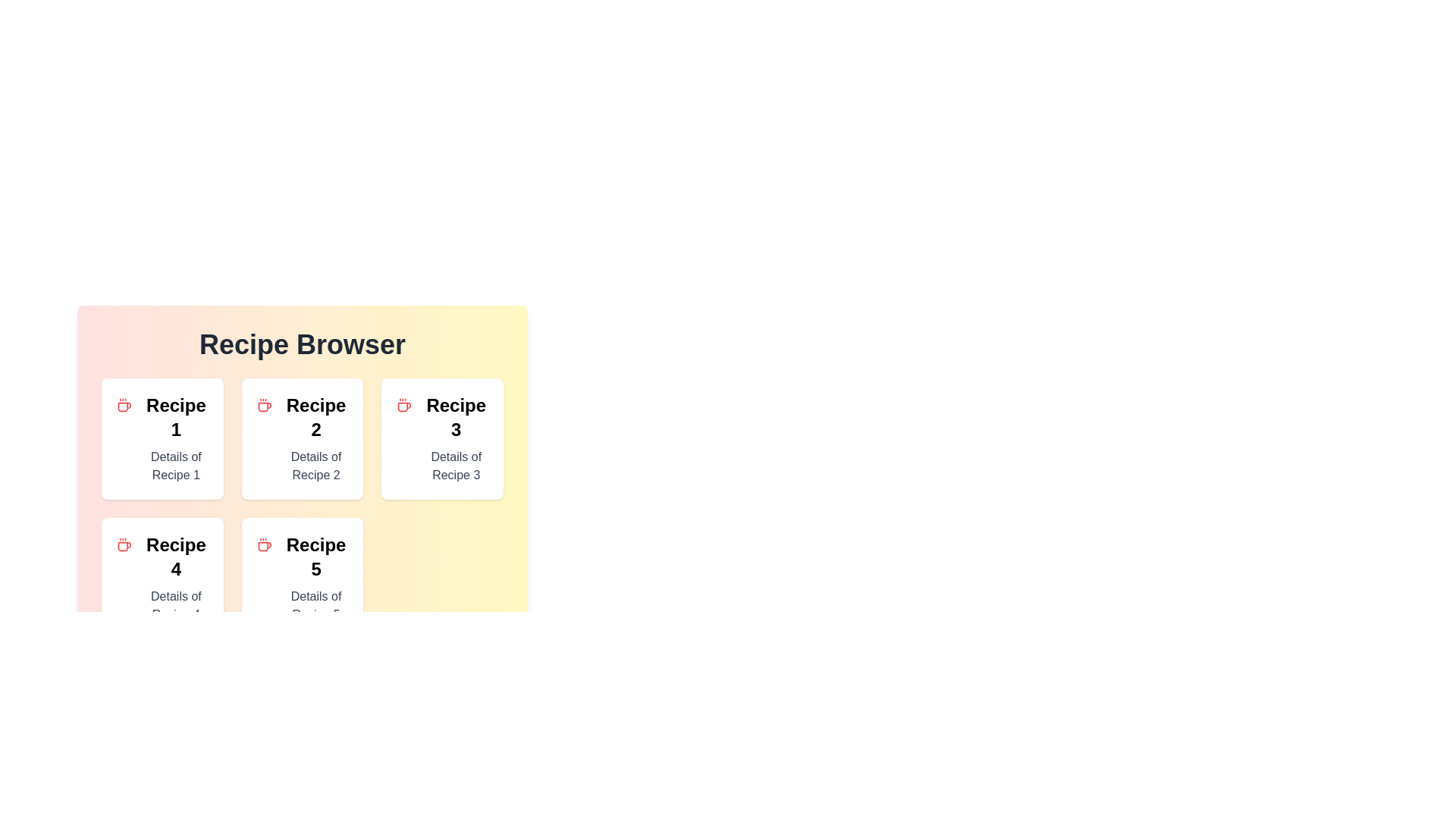  What do you see at coordinates (162, 579) in the screenshot?
I see `the static informational card that represents a recipe entry, located in the bottom-left corner of a 3-column layout grid, directly below the 'Recipe 1' card` at bounding box center [162, 579].